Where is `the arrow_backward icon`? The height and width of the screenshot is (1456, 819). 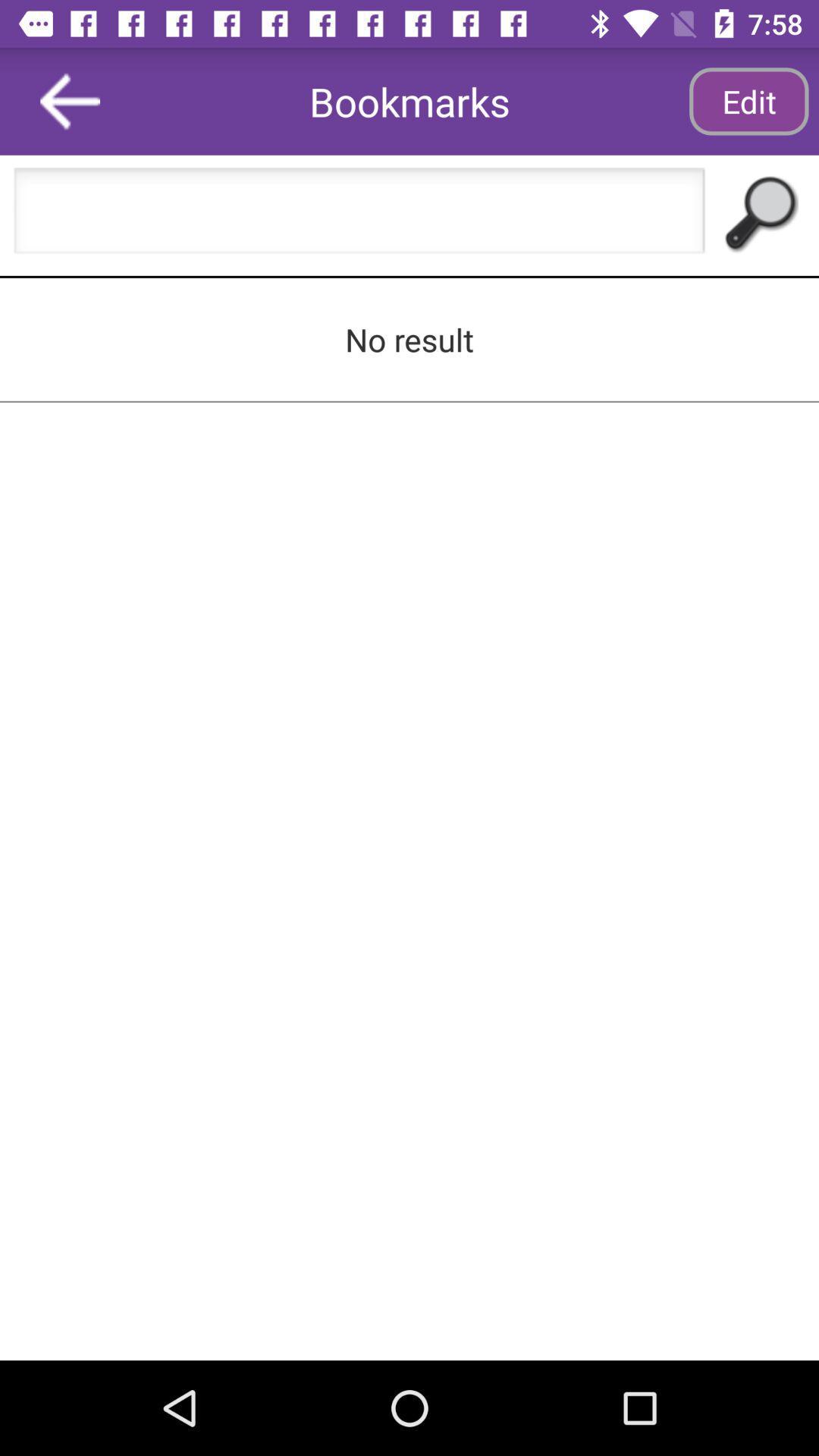 the arrow_backward icon is located at coordinates (70, 100).